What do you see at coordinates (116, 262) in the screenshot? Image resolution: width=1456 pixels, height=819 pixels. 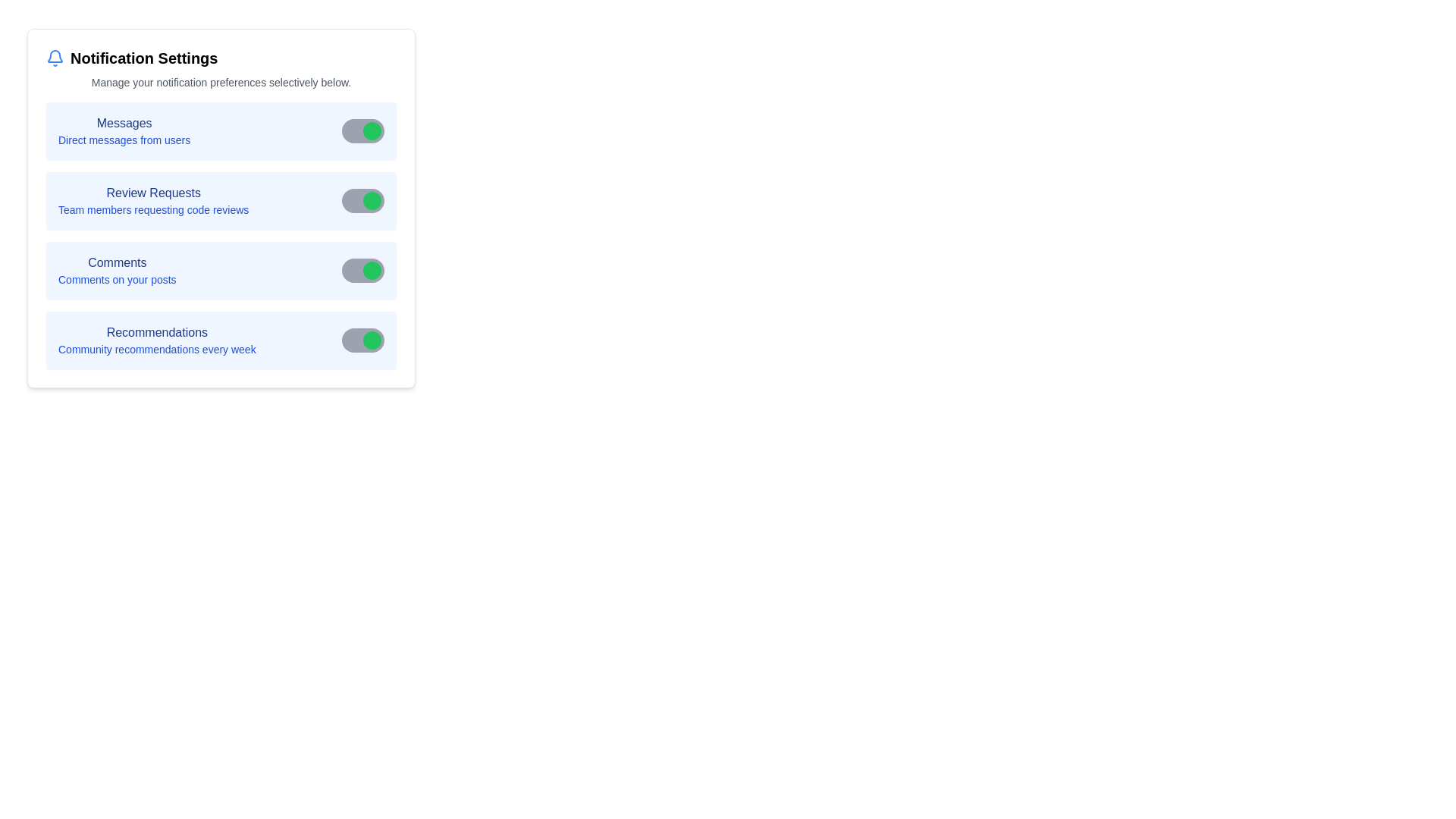 I see `the Text Label that identifies the setting for managing comment notifications, located in the third row of options within the 'Notification Settings' card, directly above 'Comments on your posts'` at bounding box center [116, 262].